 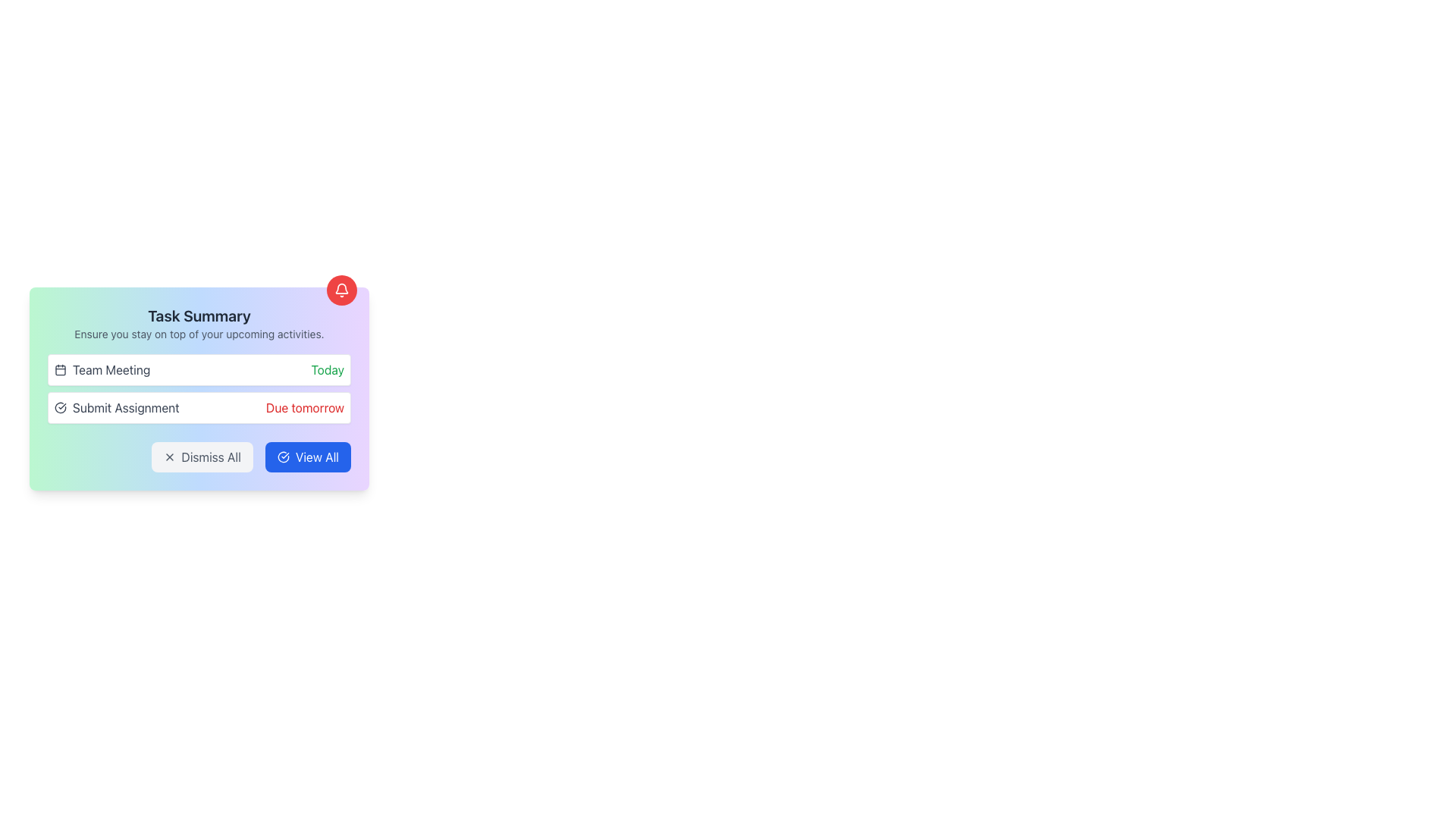 I want to click on the circular red button with a white bell icon located at the top right corner of the panel, so click(x=341, y=290).